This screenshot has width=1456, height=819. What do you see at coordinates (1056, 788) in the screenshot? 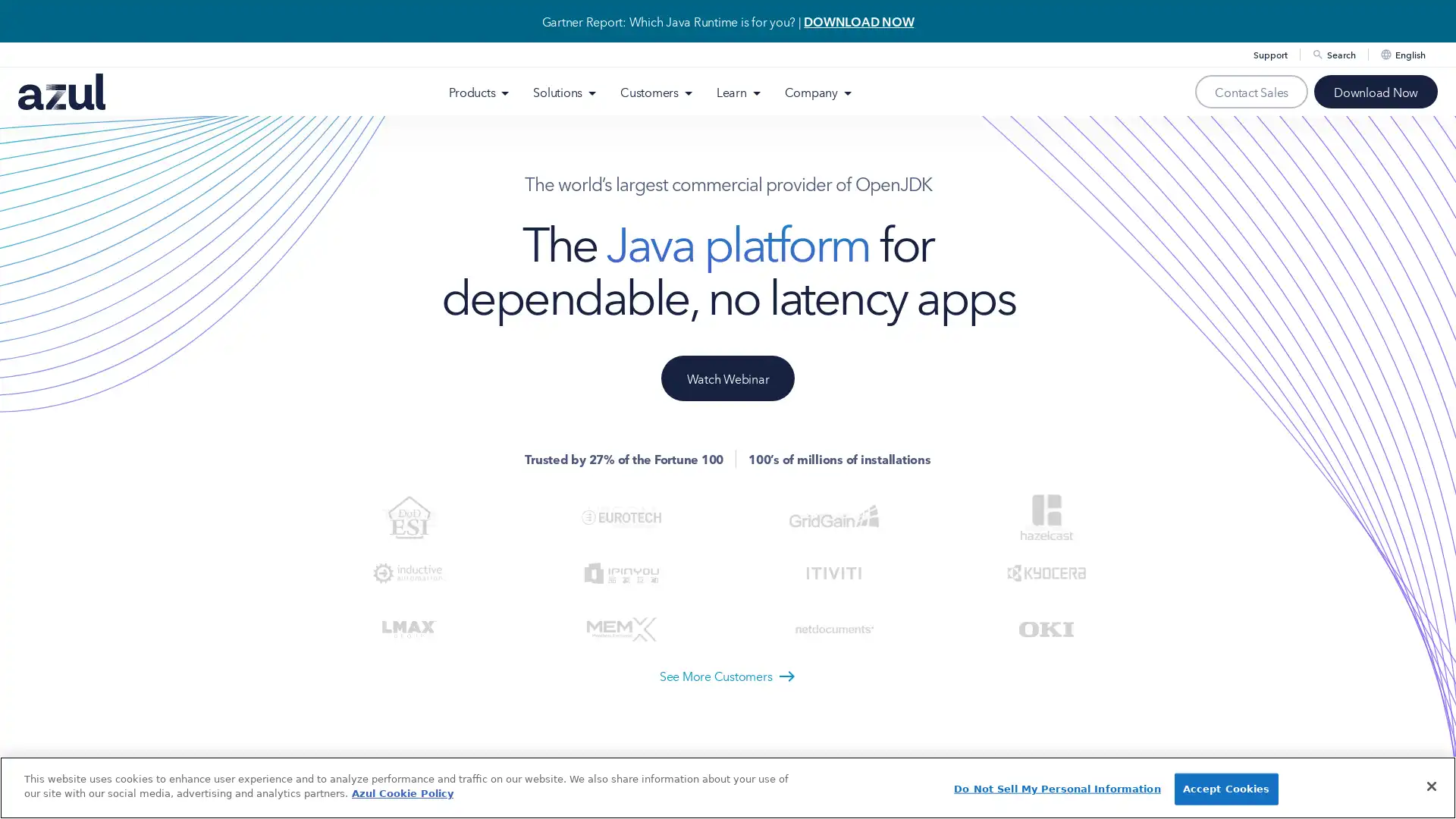
I see `Do Not Sell My Personal Information` at bounding box center [1056, 788].